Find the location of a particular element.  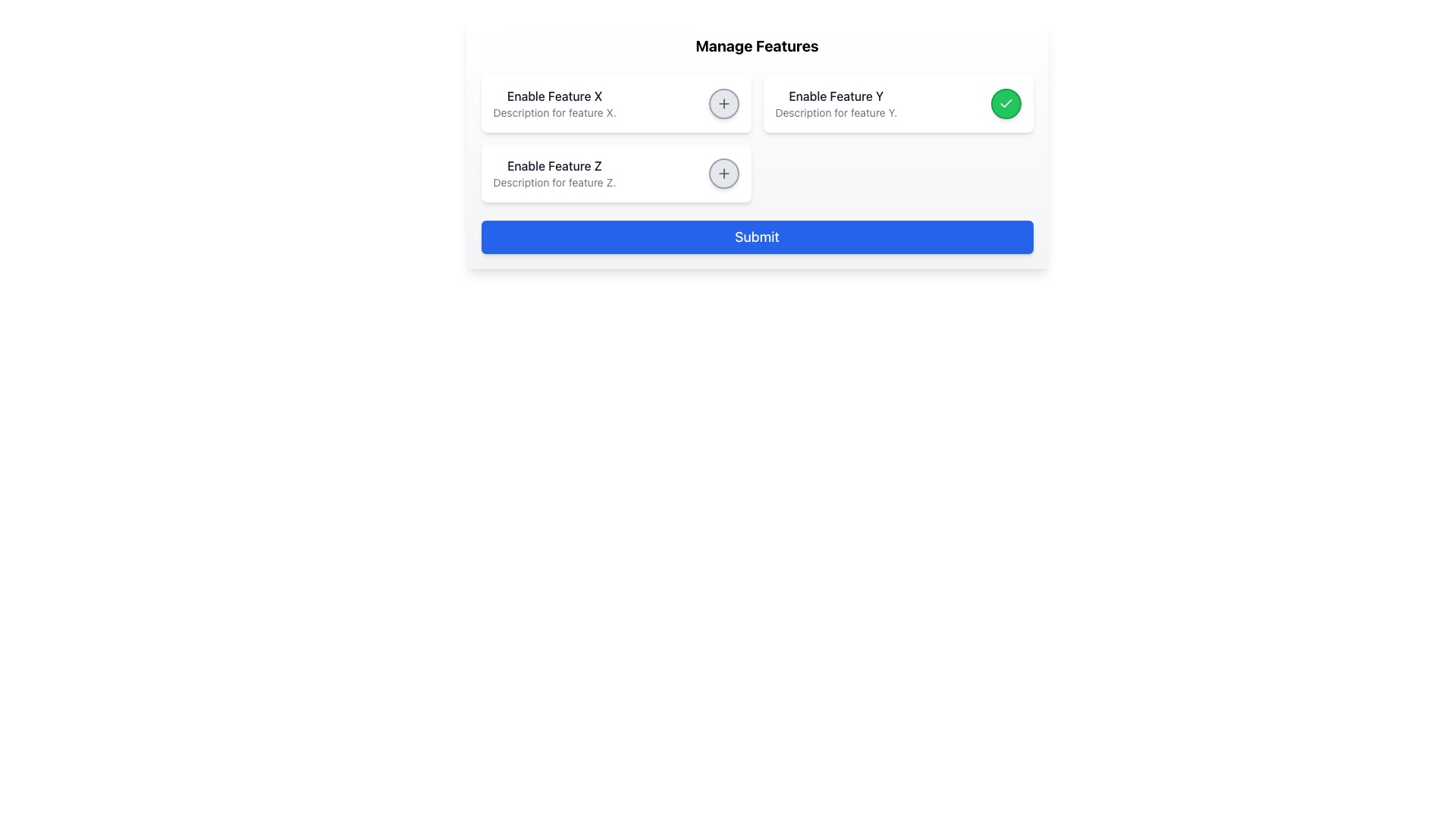

the display-only text block that provides descriptive information about 'Feature Z', located under 'Manage Features' between 'Enable Feature Y' and the blue 'Submit' button is located at coordinates (554, 172).